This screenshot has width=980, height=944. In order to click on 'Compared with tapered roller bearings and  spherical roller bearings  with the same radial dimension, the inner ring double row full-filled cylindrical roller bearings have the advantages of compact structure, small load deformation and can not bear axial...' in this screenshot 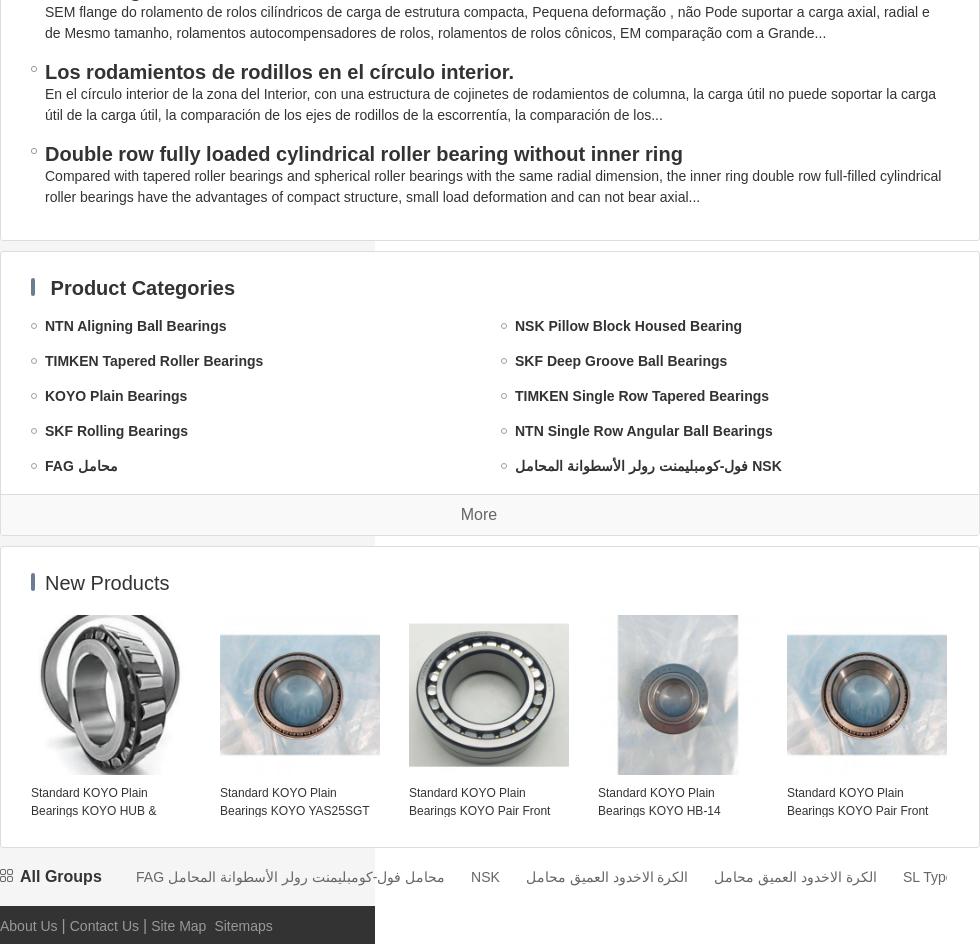, I will do `click(493, 185)`.